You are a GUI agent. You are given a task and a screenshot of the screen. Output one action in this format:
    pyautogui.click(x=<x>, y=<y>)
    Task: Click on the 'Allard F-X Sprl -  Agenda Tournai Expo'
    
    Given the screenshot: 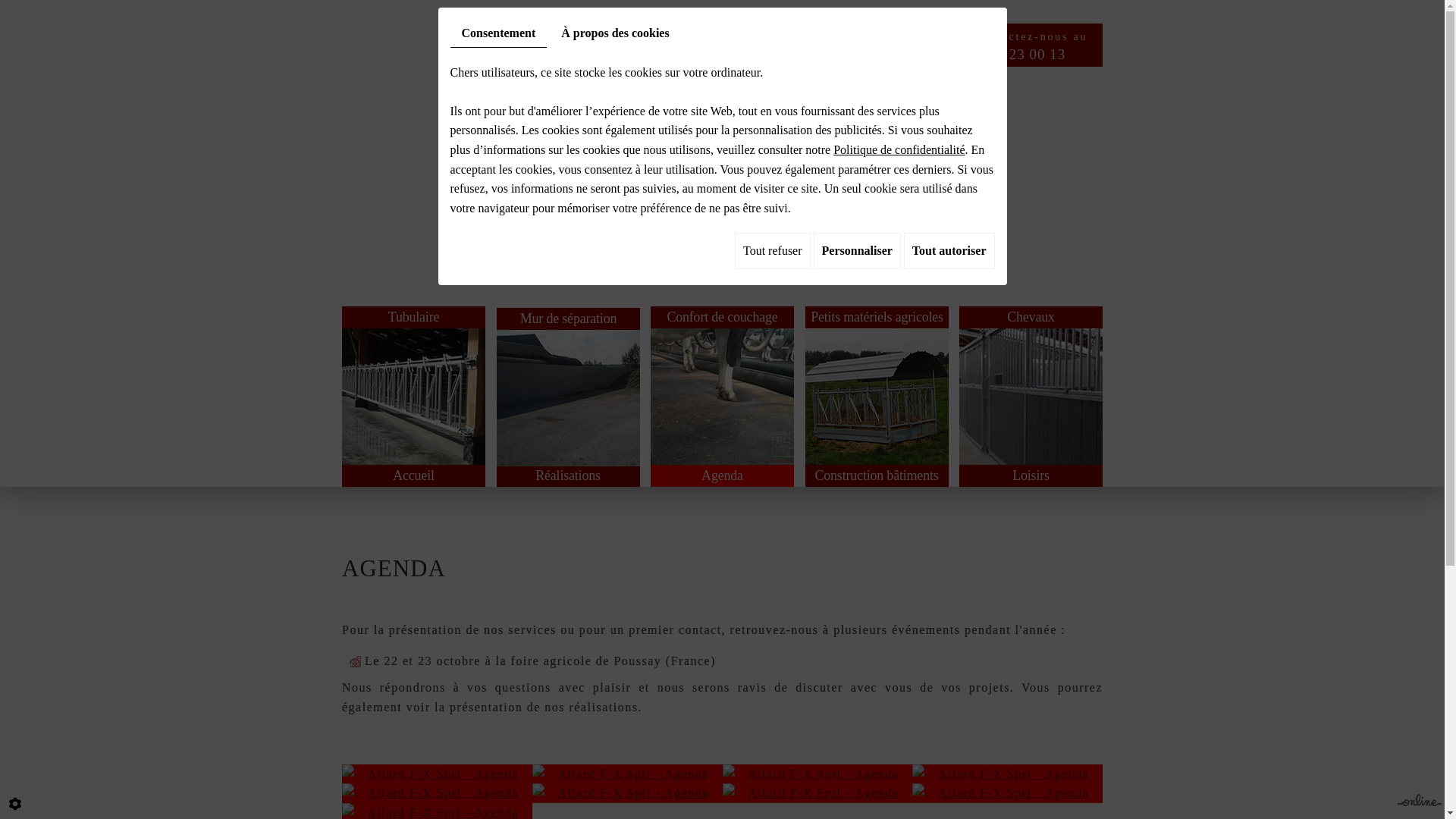 What is the action you would take?
    pyautogui.click(x=627, y=792)
    